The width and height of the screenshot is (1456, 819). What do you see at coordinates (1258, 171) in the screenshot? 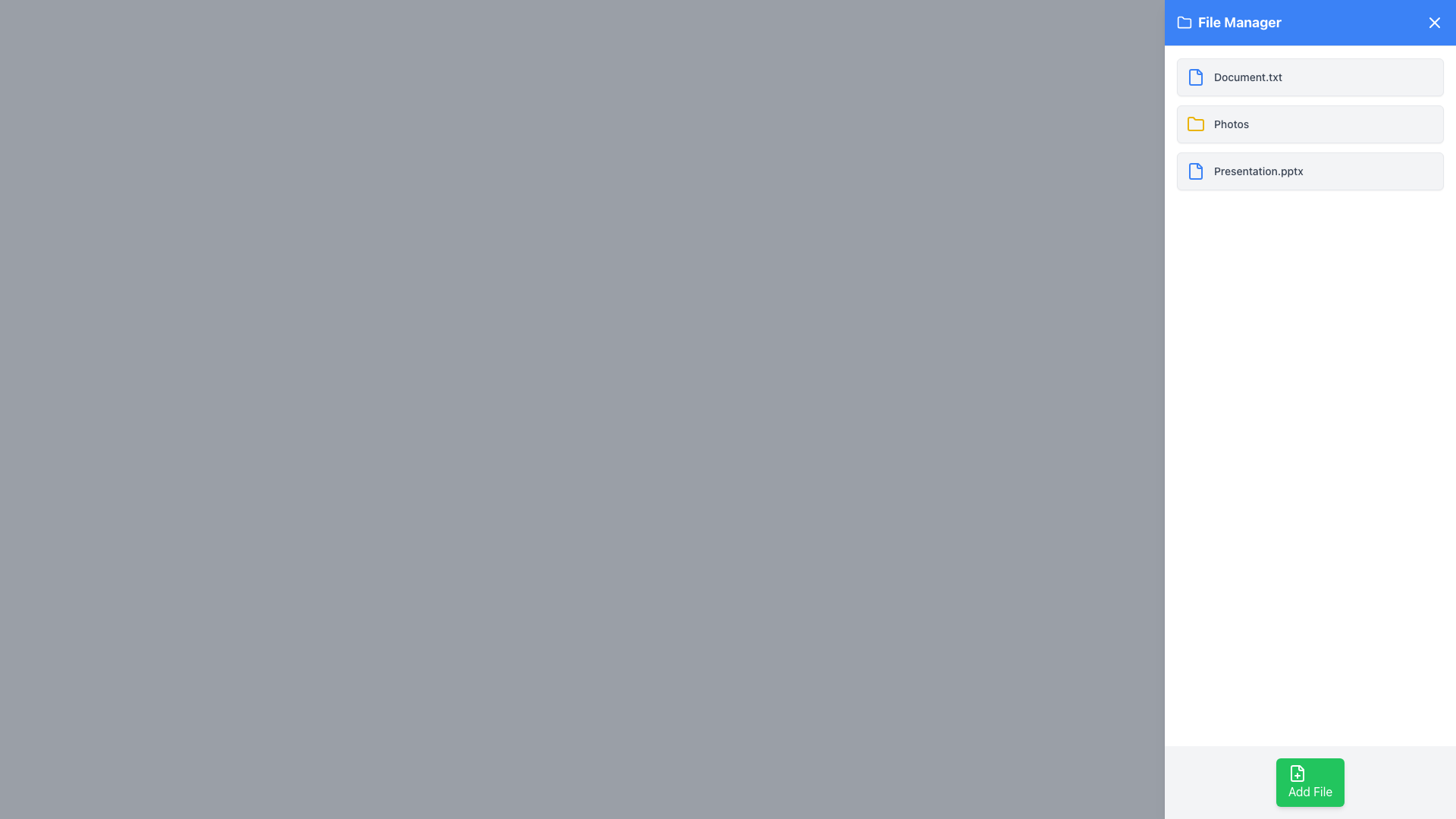
I see `the static text element that labels the file named 'Presentation.pptx' in the file manager UI, which is the third item listed alongside the SVG file icon` at bounding box center [1258, 171].